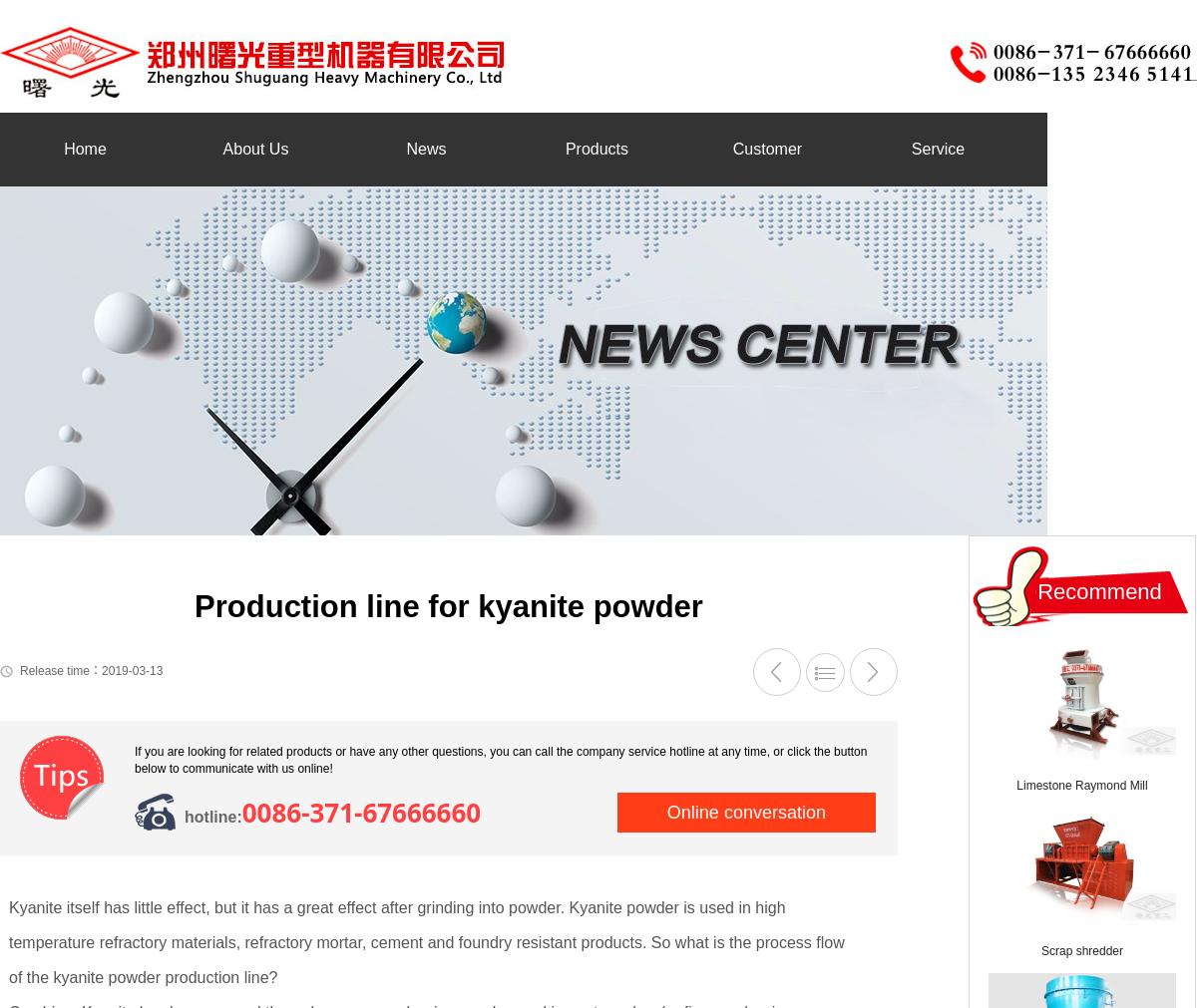 The image size is (1197, 1008). Describe the element at coordinates (91, 671) in the screenshot. I see `'Release time：2019-03-13'` at that location.